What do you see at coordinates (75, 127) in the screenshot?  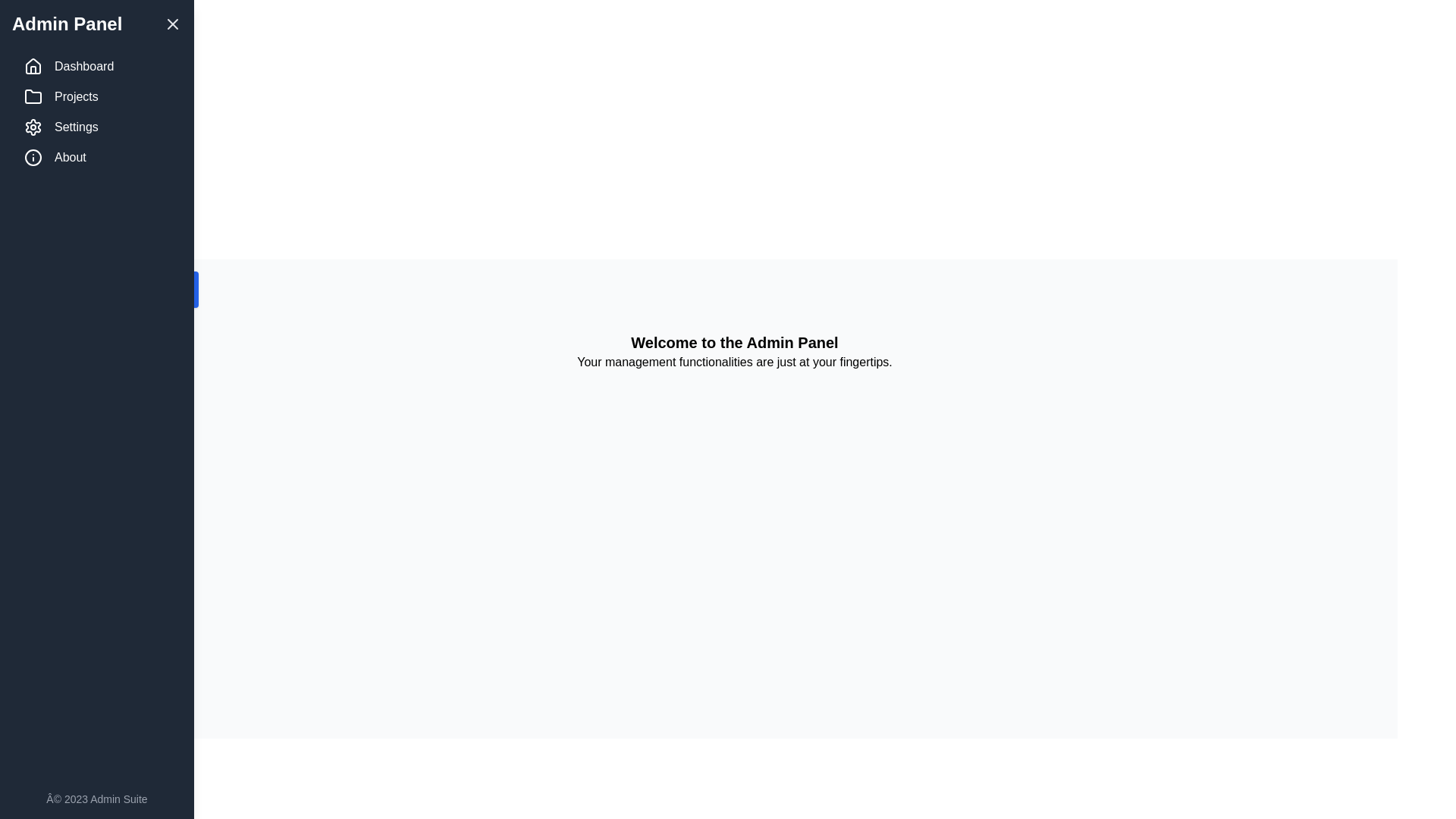 I see `the static text label displaying 'Settings' in white on a dark background, located in the navigation sidebar as the third item below 'Projects'` at bounding box center [75, 127].